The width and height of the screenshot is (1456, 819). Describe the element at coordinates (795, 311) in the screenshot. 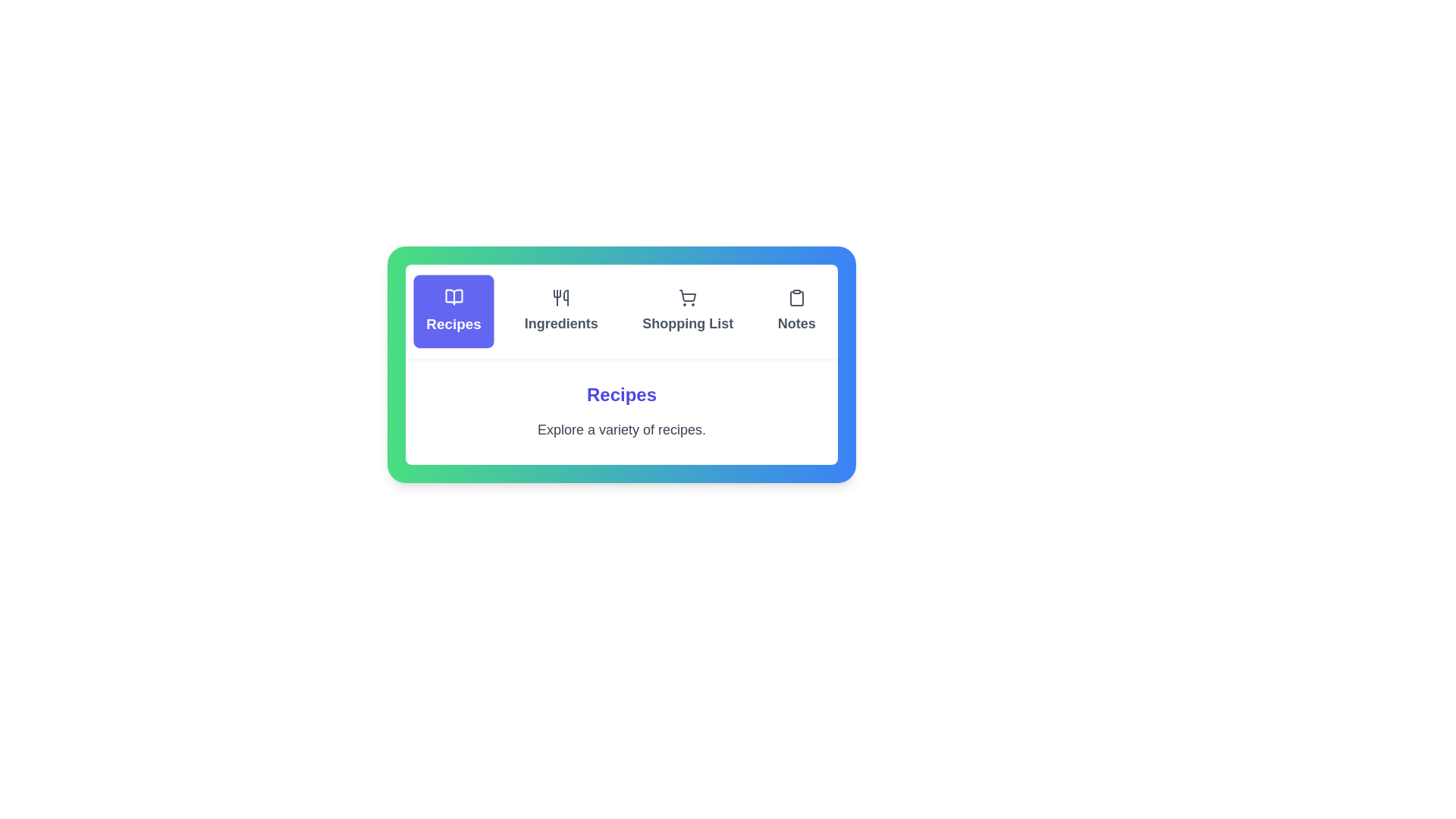

I see `the Notes tab by clicking on it` at that location.